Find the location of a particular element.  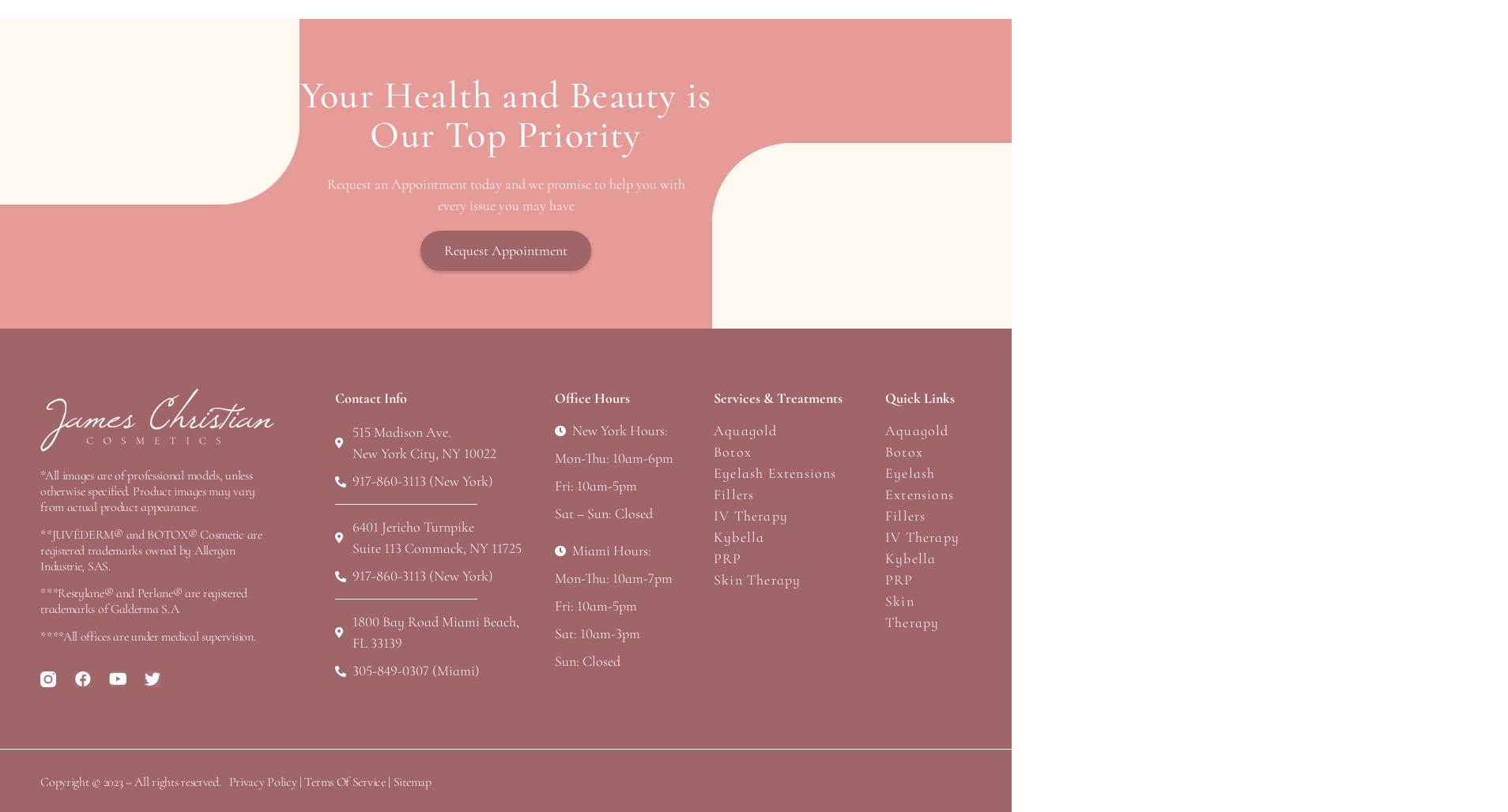

'Copyright © 2023 – All rights reserved.' is located at coordinates (130, 780).